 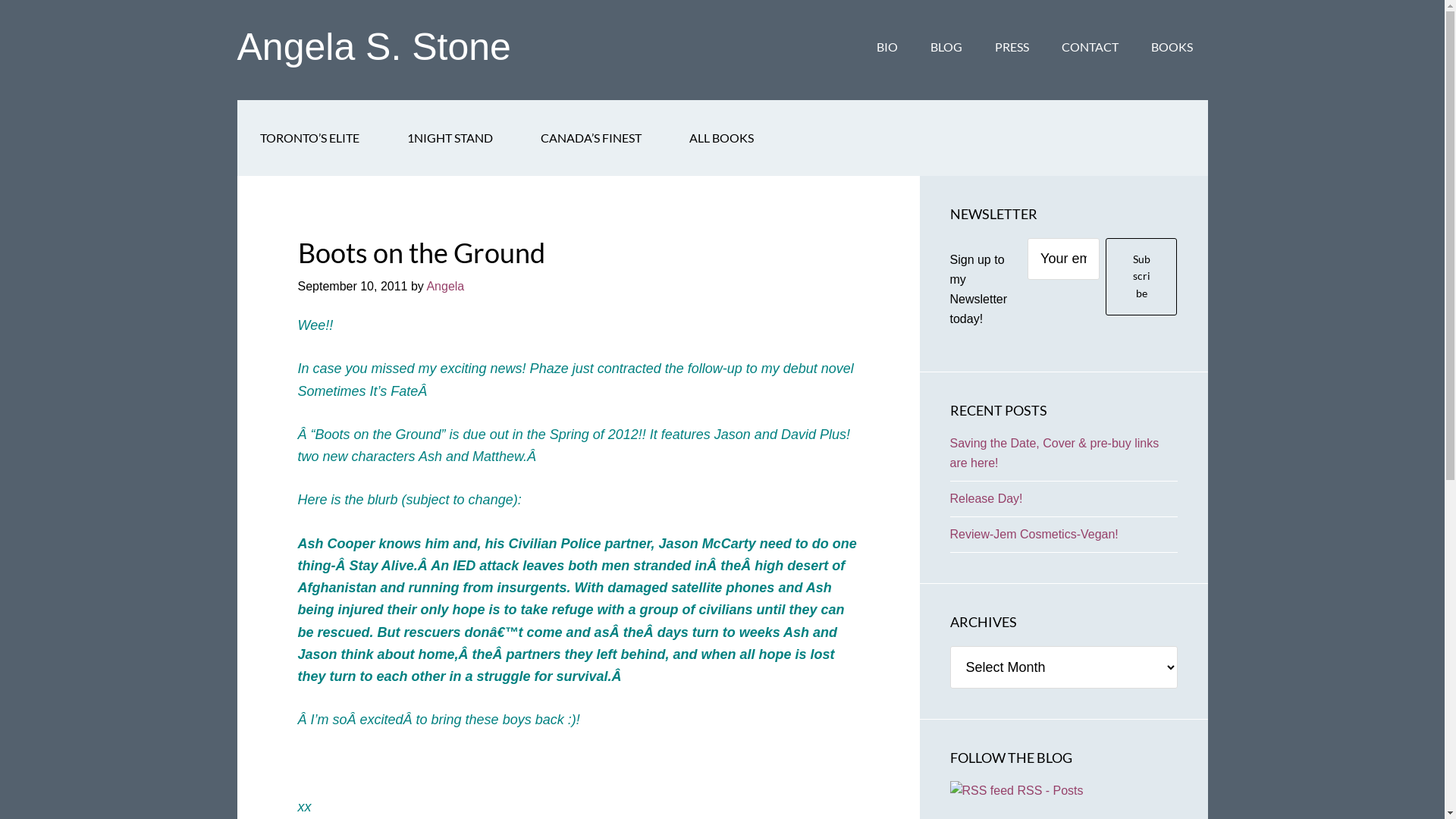 What do you see at coordinates (373, 45) in the screenshot?
I see `'Angela S. Stone'` at bounding box center [373, 45].